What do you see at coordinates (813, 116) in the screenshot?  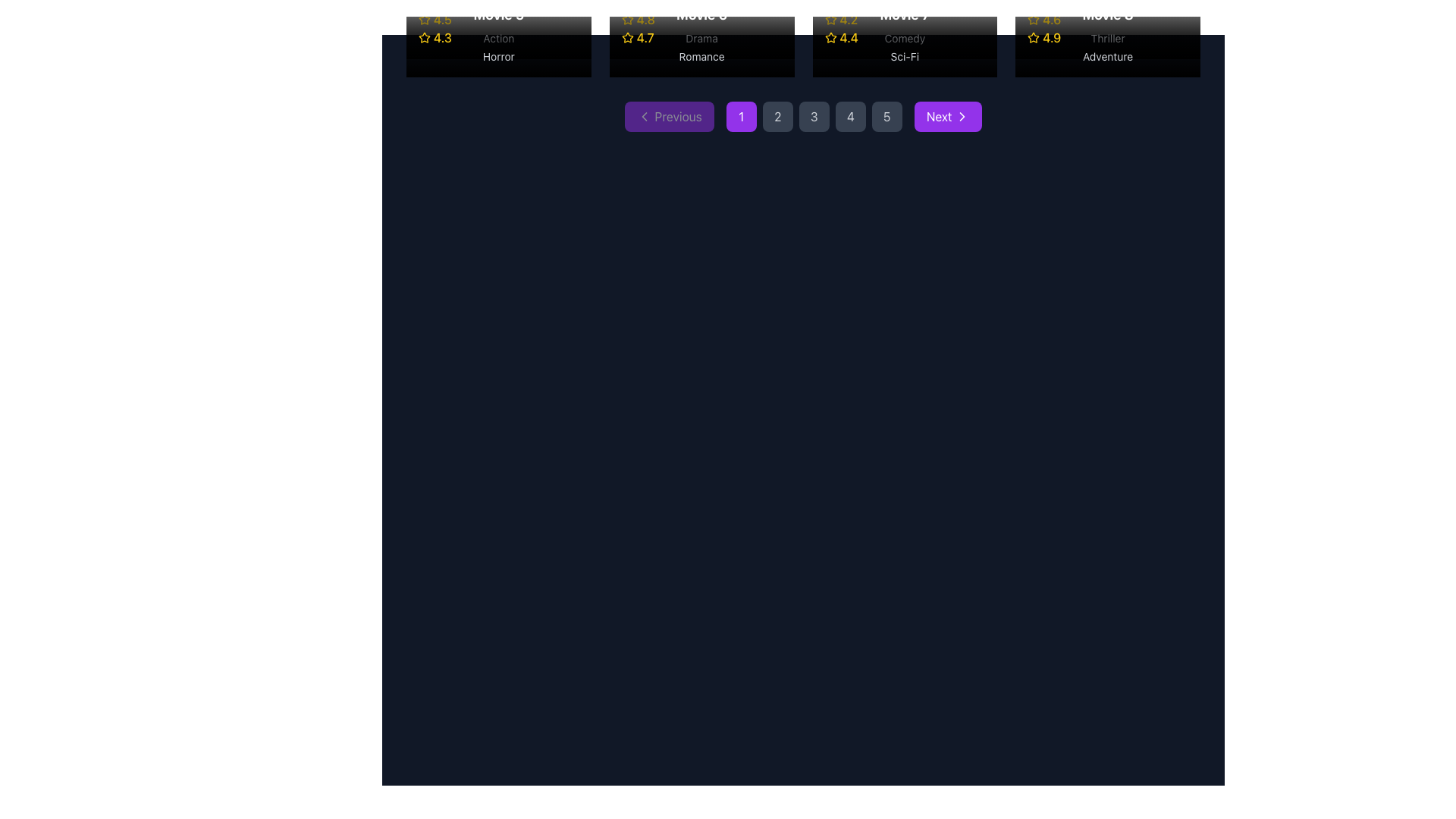 I see `the third button in the horizontal sequence` at bounding box center [813, 116].